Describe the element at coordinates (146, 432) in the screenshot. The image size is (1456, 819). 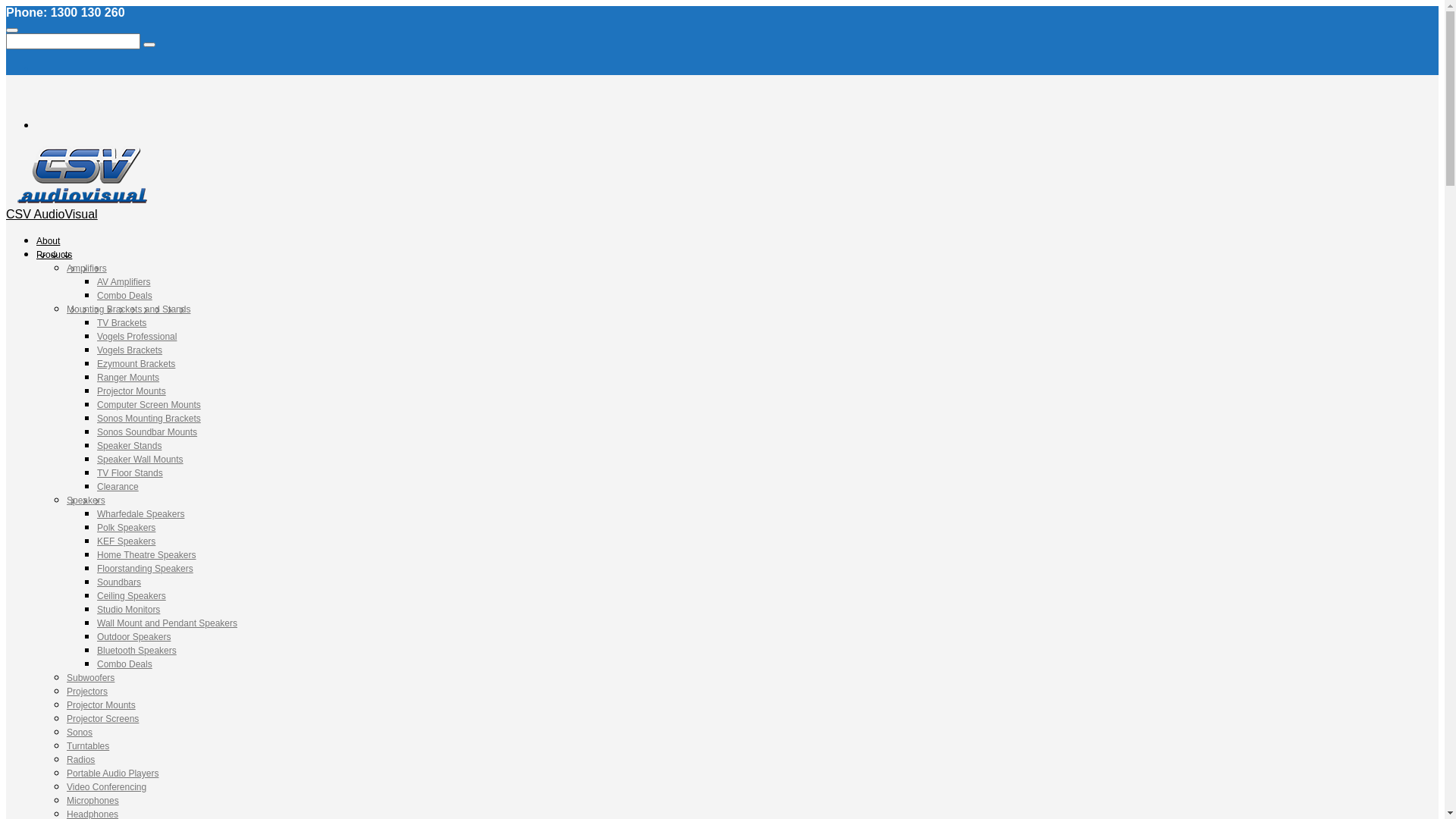
I see `'Sonos Soundbar Mounts'` at that location.